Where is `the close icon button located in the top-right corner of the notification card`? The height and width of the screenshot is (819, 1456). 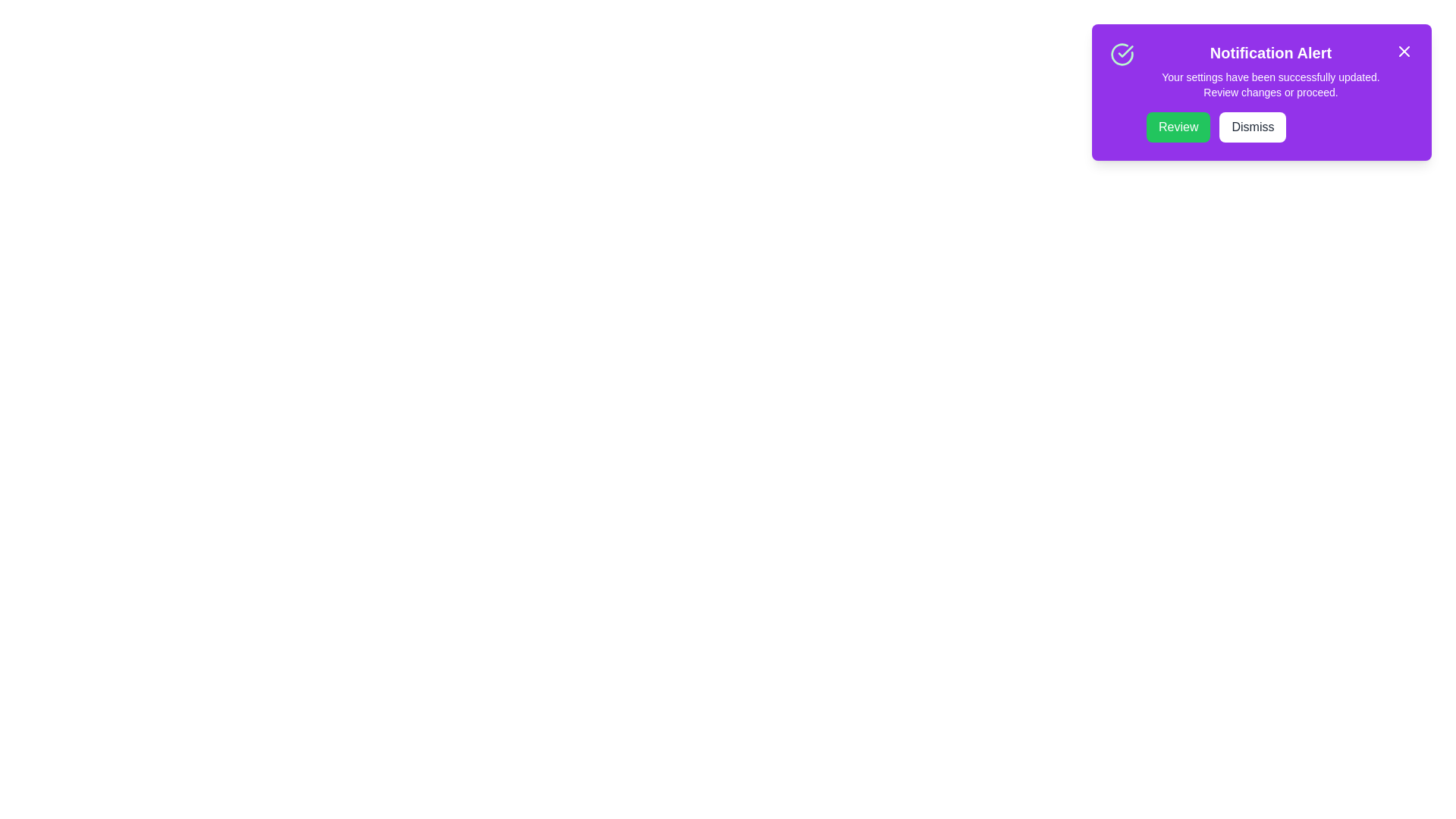
the close icon button located in the top-right corner of the notification card is located at coordinates (1404, 51).